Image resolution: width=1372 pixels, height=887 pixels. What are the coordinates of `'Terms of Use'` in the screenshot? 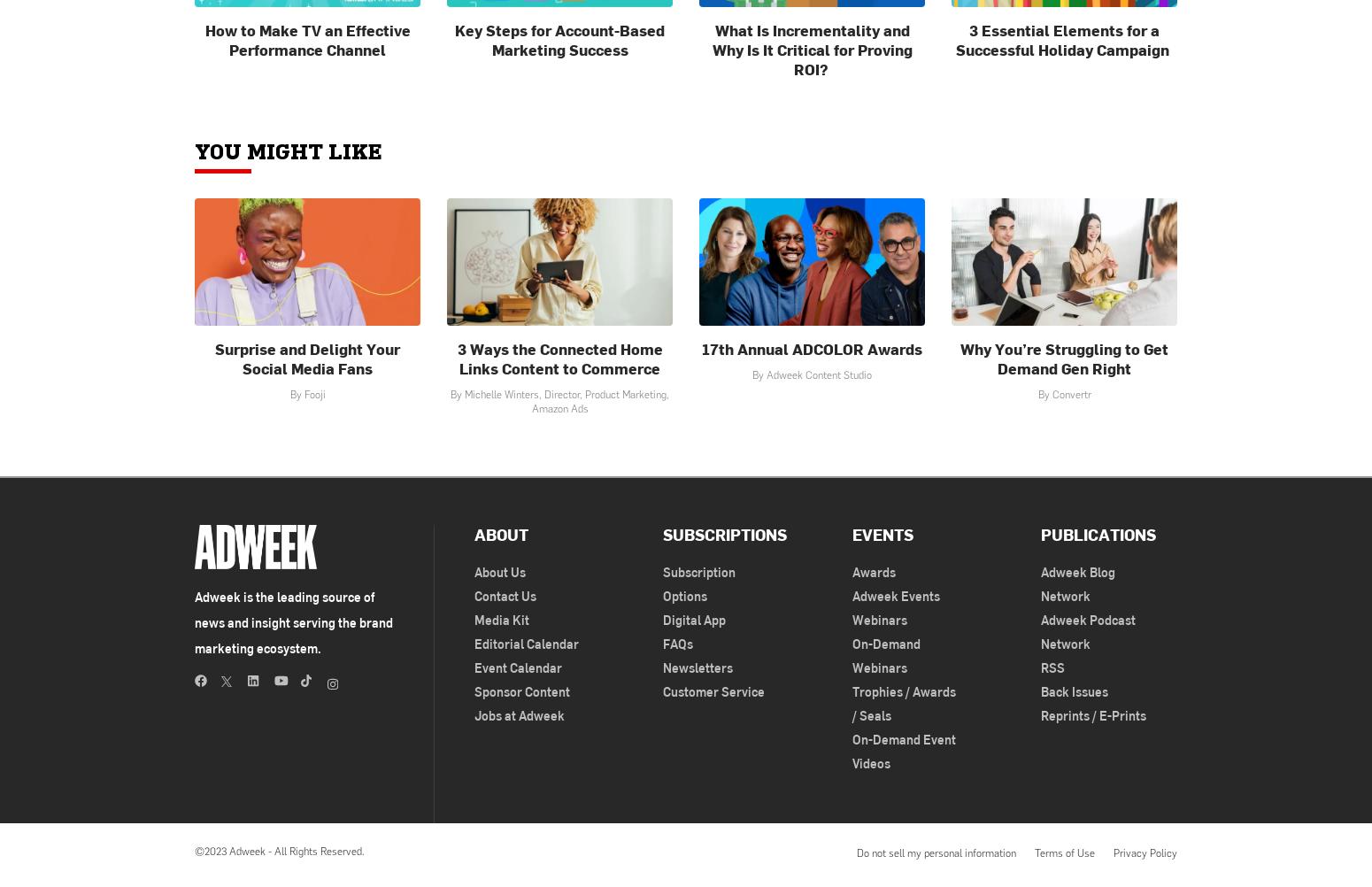 It's located at (1035, 852).